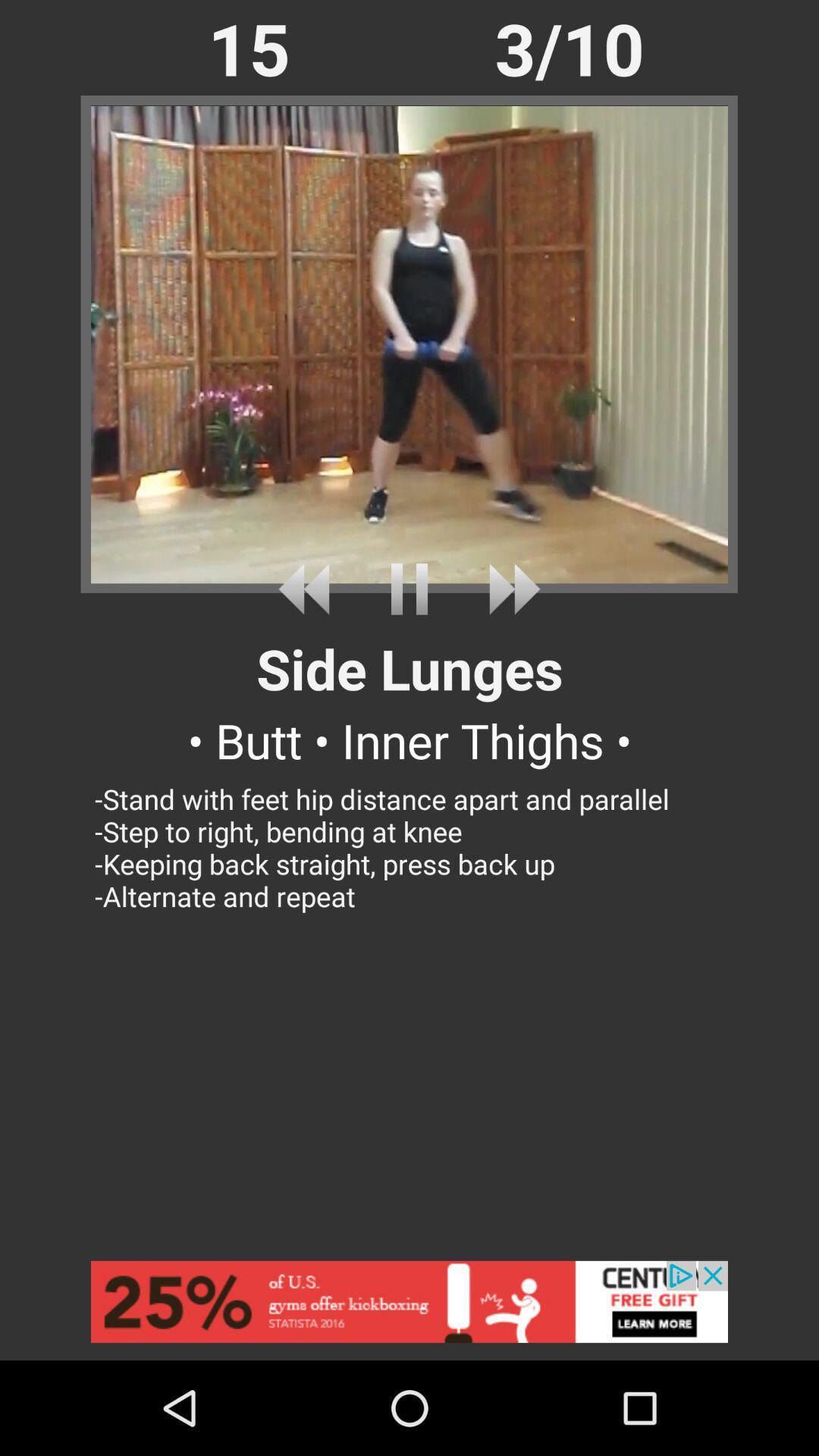  I want to click on next, so click(509, 588).